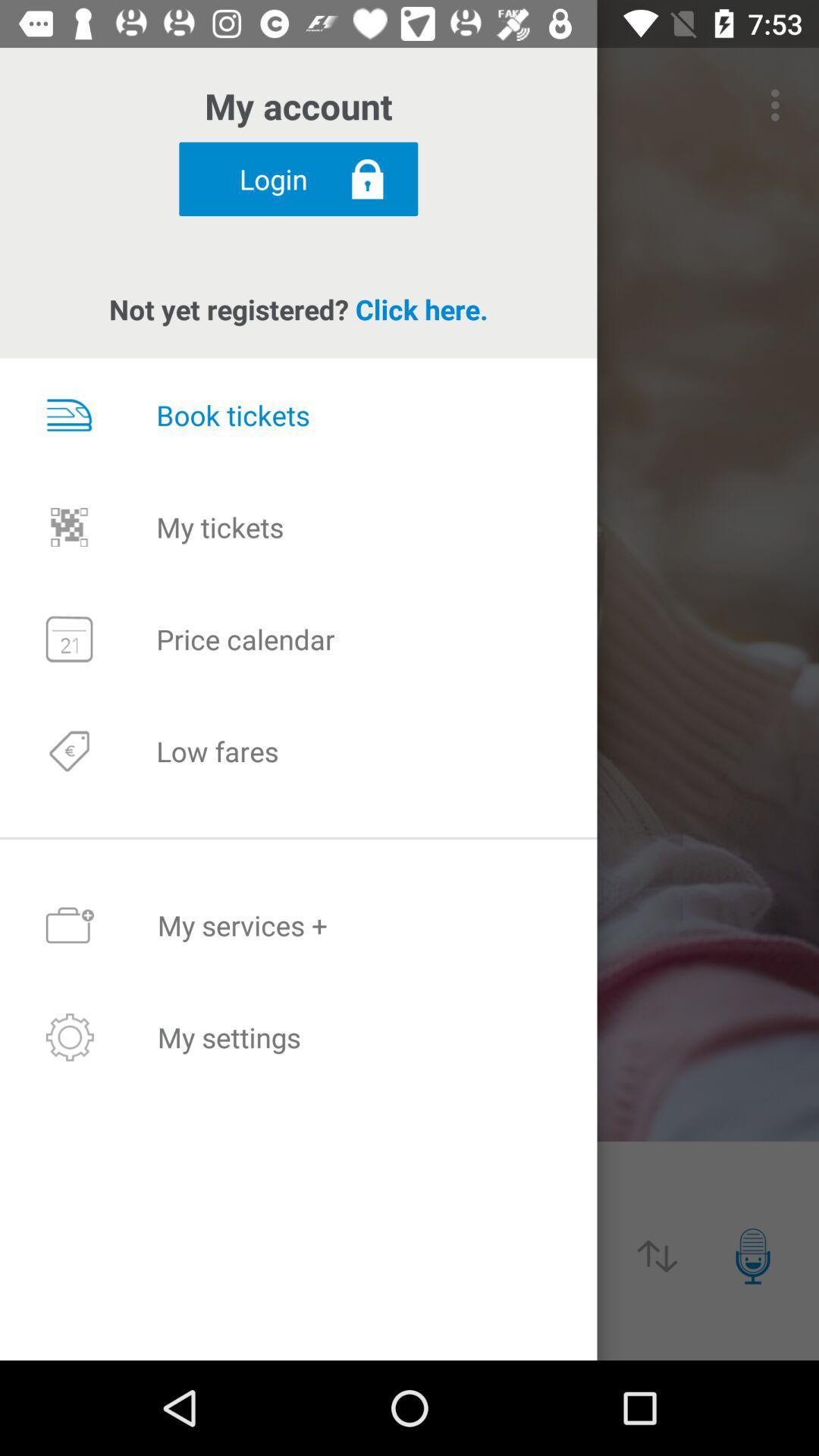 This screenshot has width=819, height=1456. Describe the element at coordinates (752, 1256) in the screenshot. I see `the button which is at the bottom right corner of the page` at that location.